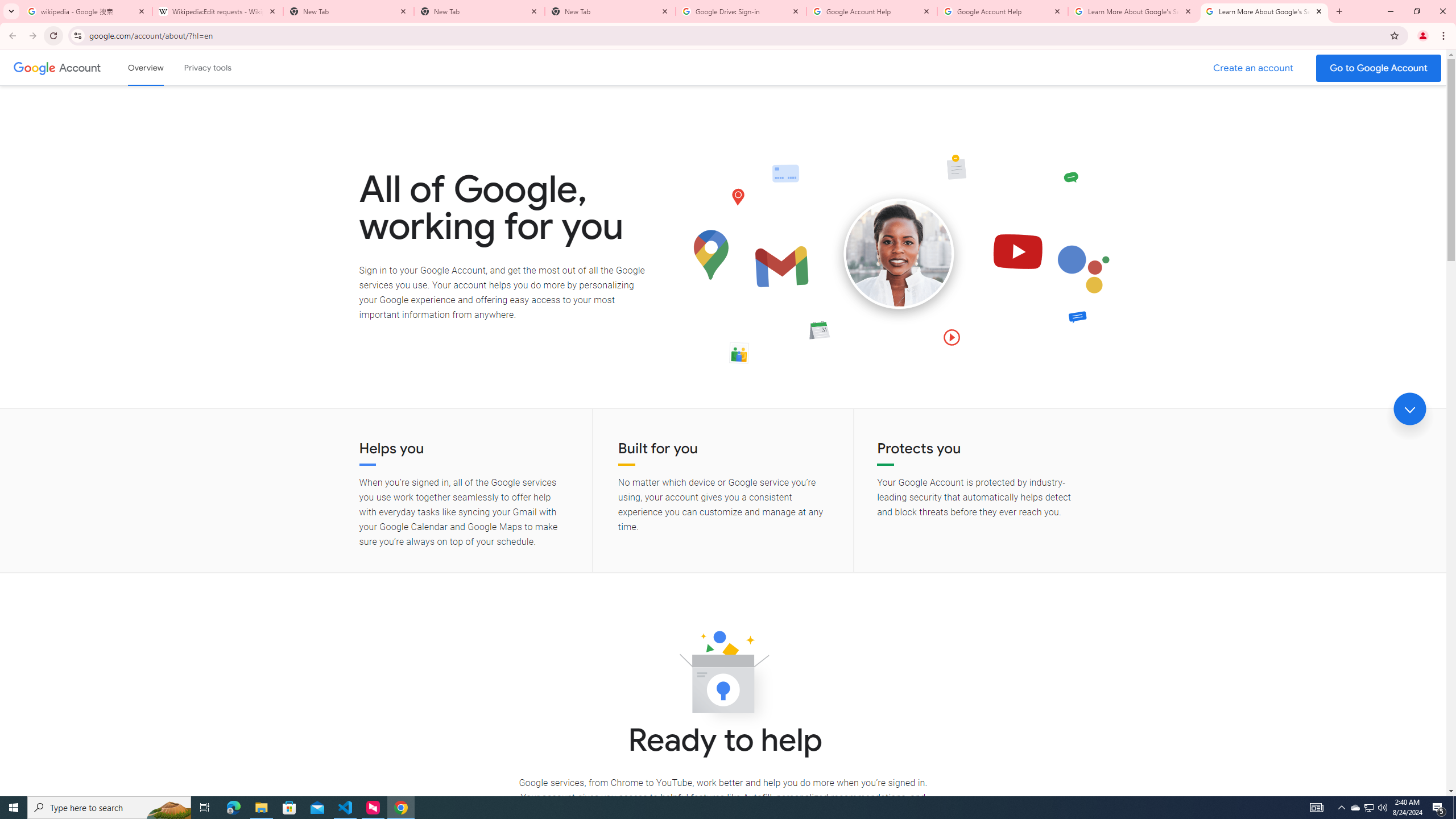 This screenshot has height=819, width=1456. What do you see at coordinates (146, 67) in the screenshot?
I see `'Google Account overview'` at bounding box center [146, 67].